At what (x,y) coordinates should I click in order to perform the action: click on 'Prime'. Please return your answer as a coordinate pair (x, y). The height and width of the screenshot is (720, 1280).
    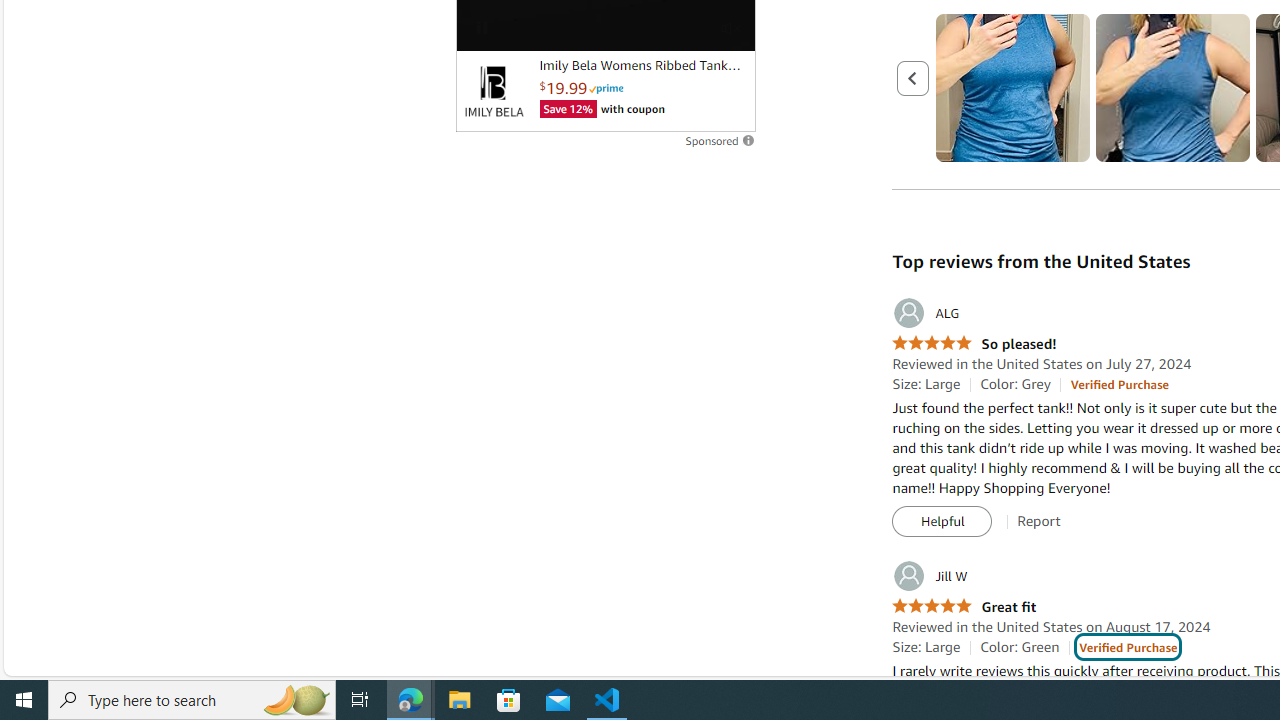
    Looking at the image, I should click on (605, 87).